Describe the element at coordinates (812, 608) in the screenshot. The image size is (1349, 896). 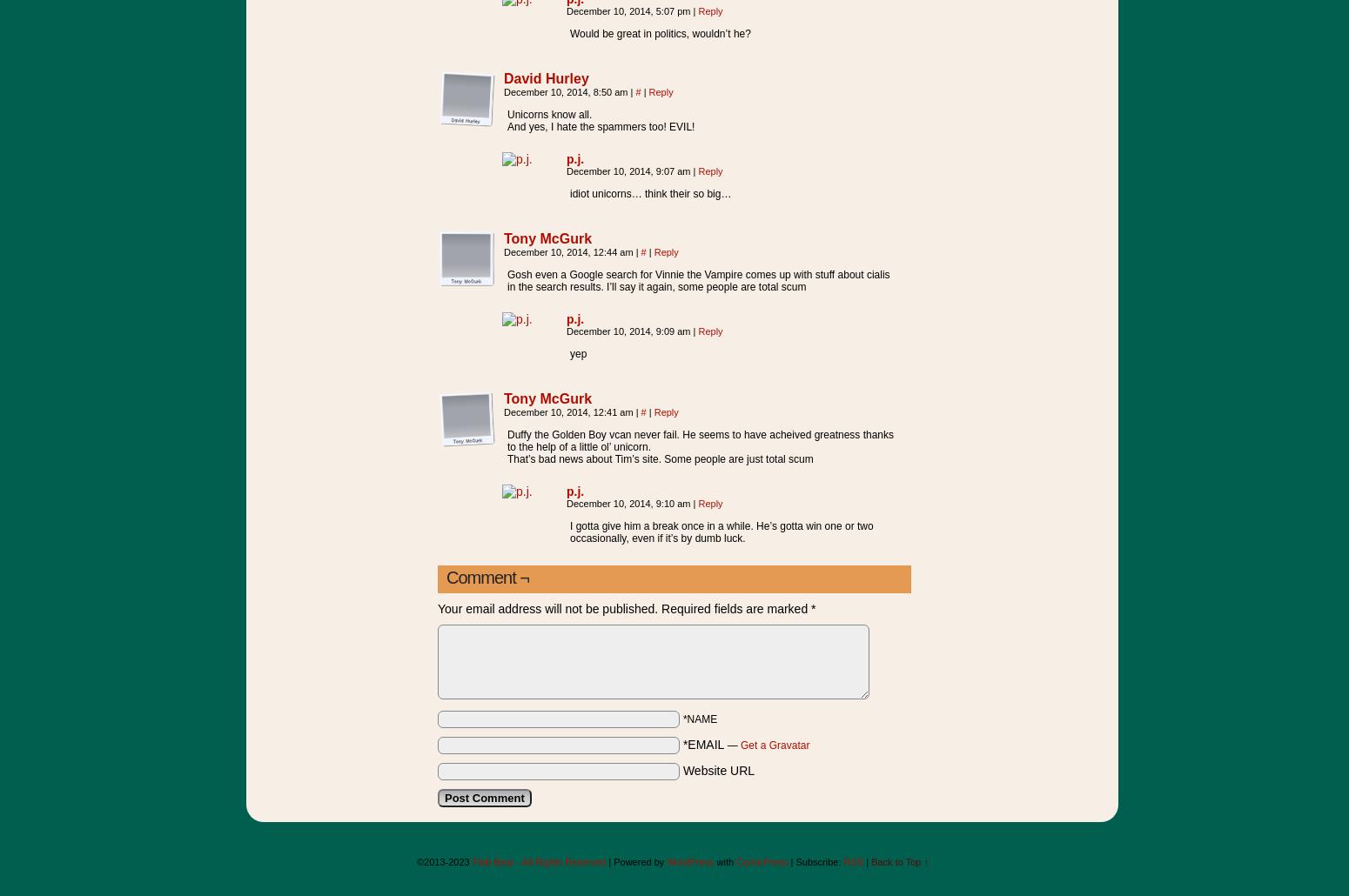
I see `'*'` at that location.